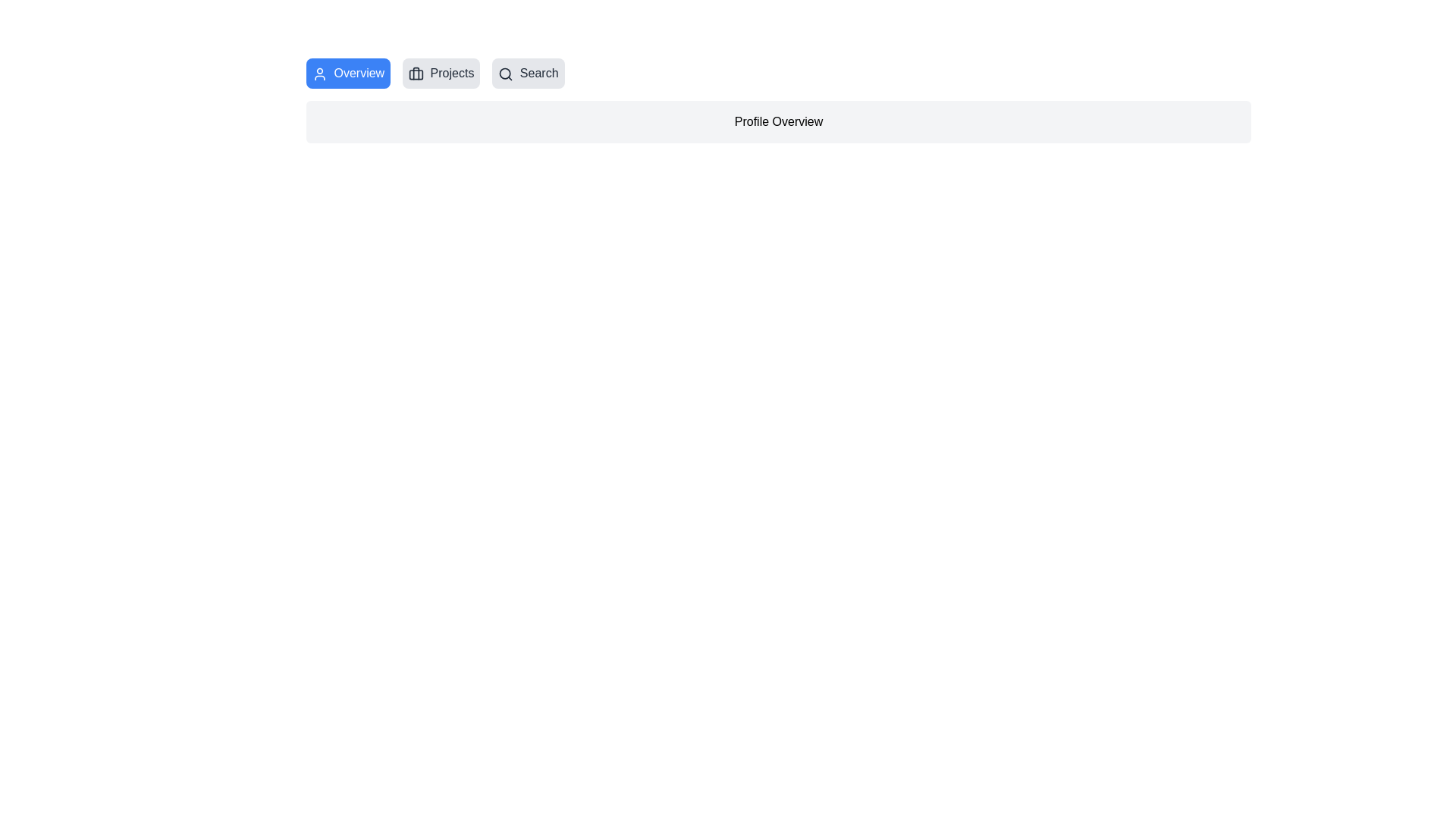 The height and width of the screenshot is (819, 1456). Describe the element at coordinates (441, 73) in the screenshot. I see `the Projects tab by clicking on its corresponding button` at that location.